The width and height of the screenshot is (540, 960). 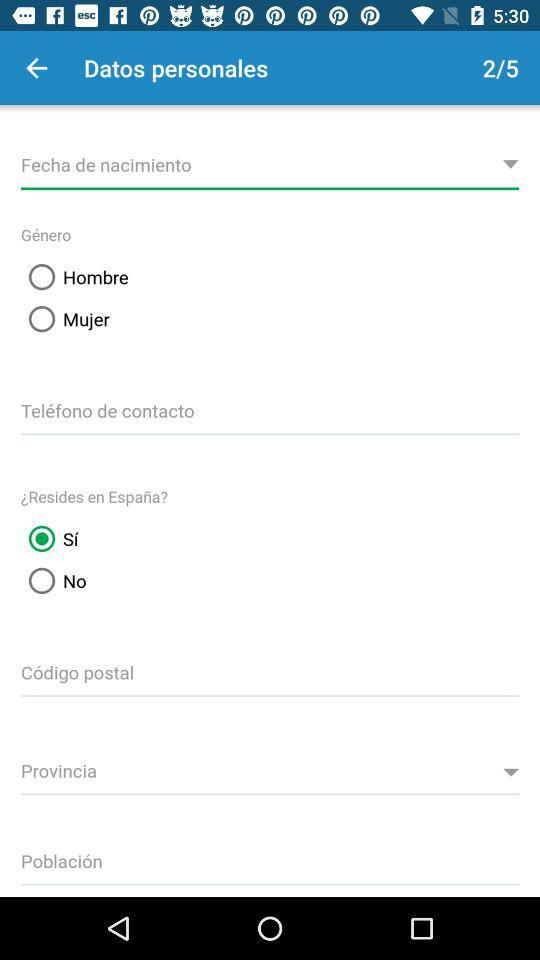 What do you see at coordinates (270, 161) in the screenshot?
I see `click more details` at bounding box center [270, 161].